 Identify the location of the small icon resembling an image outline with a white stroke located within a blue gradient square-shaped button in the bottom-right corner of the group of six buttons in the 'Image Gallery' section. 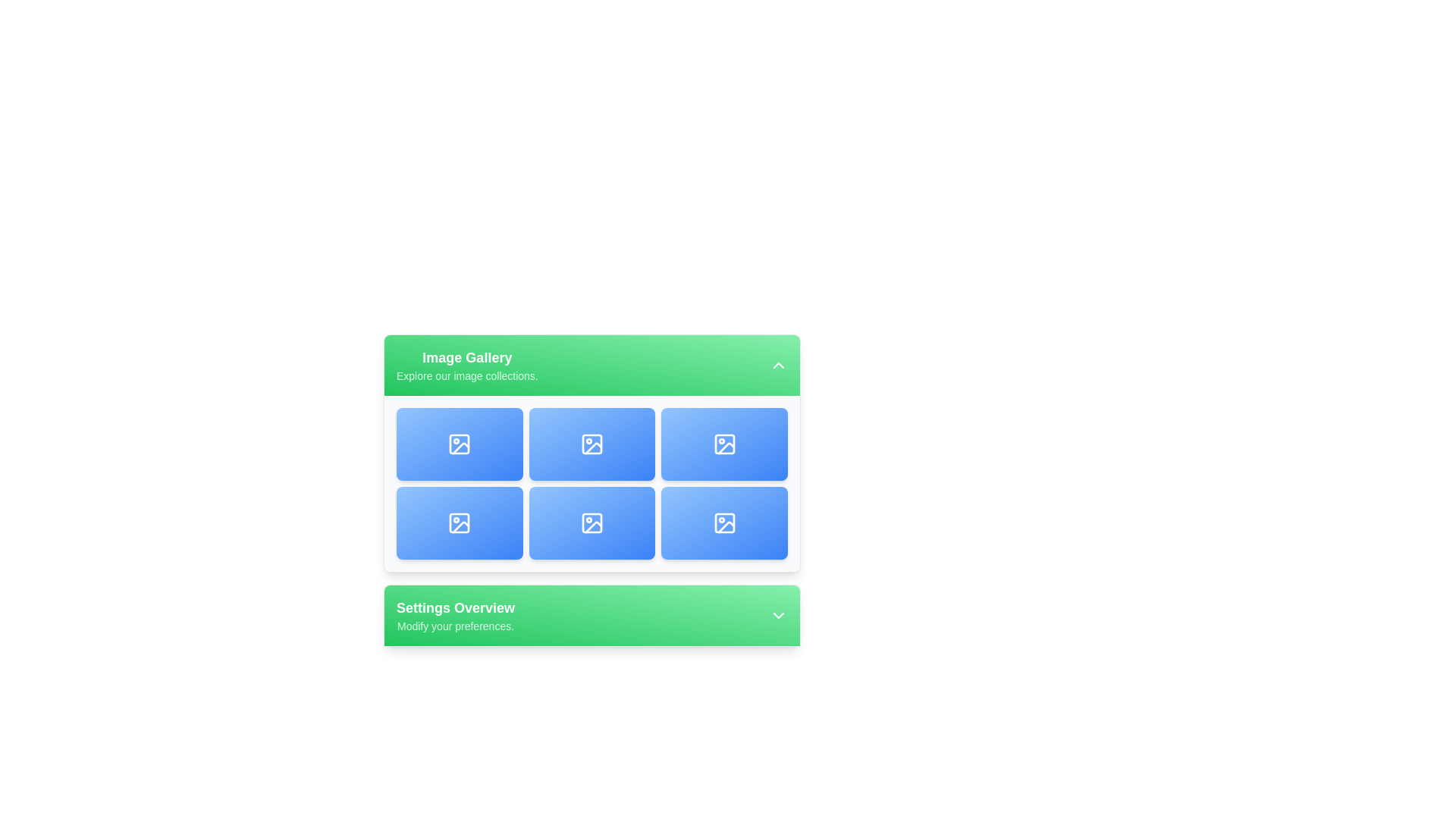
(723, 522).